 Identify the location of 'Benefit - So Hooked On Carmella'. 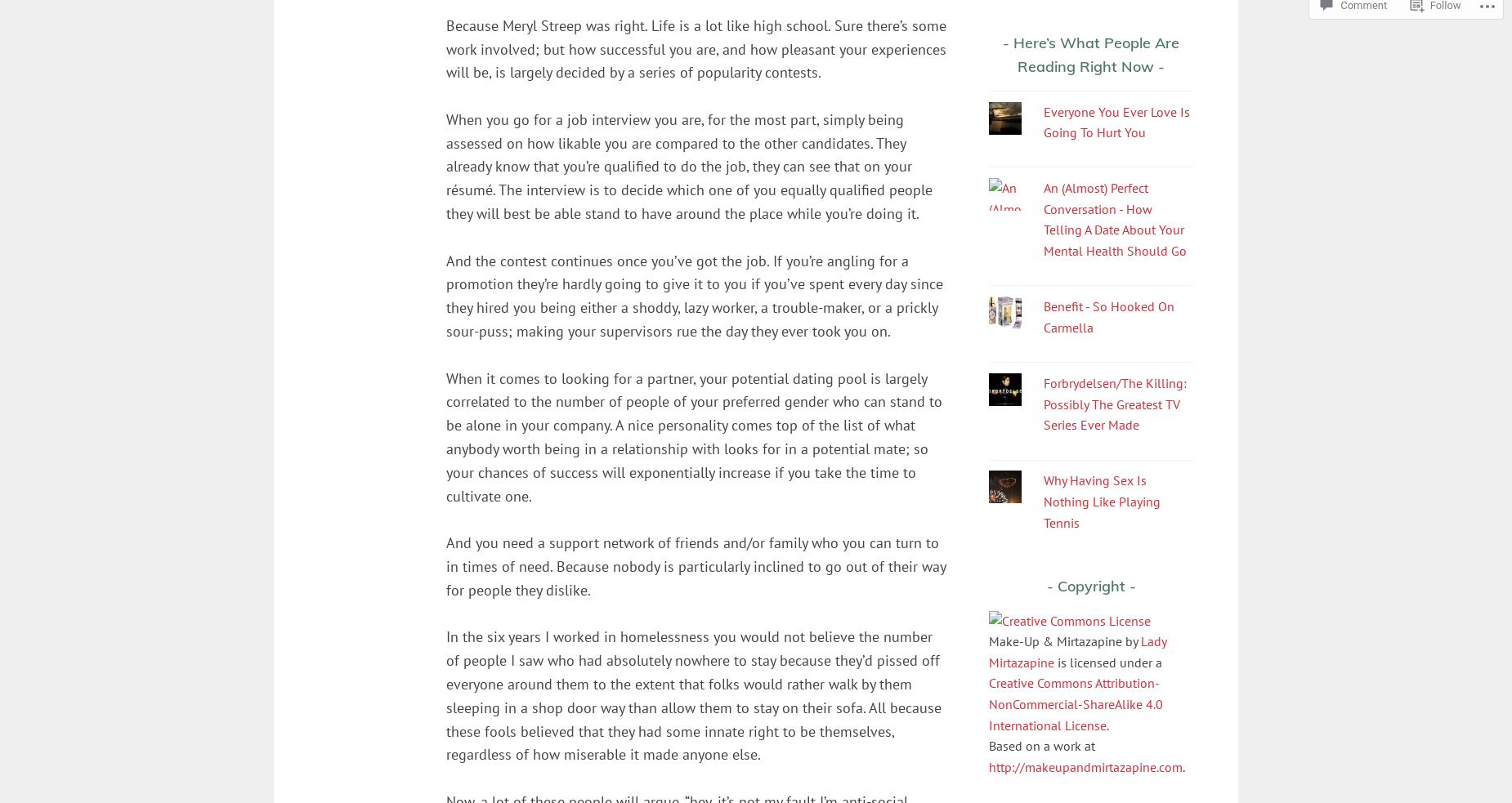
(1107, 315).